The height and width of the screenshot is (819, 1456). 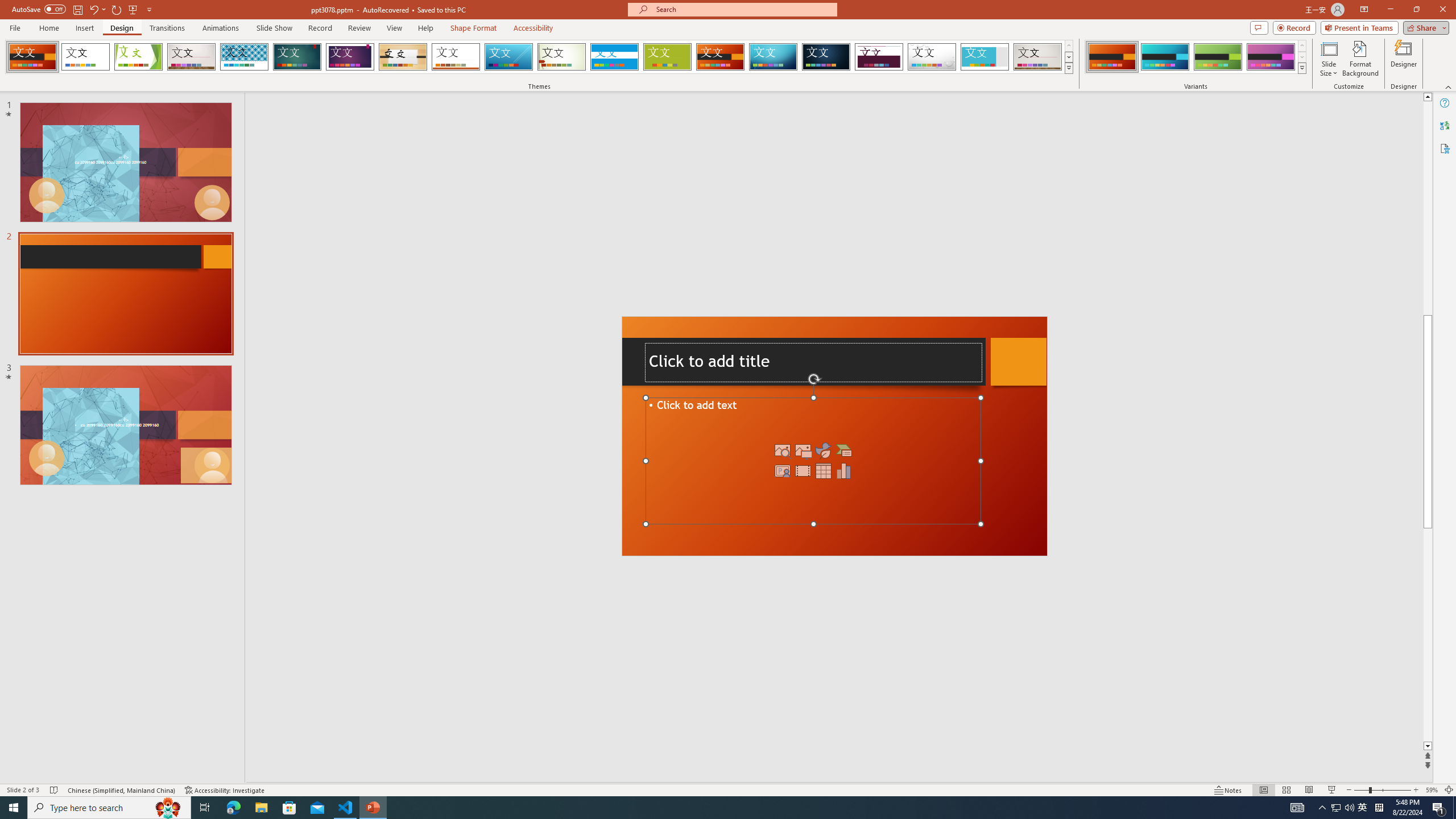 What do you see at coordinates (455, 56) in the screenshot?
I see `'Retrospect'` at bounding box center [455, 56].